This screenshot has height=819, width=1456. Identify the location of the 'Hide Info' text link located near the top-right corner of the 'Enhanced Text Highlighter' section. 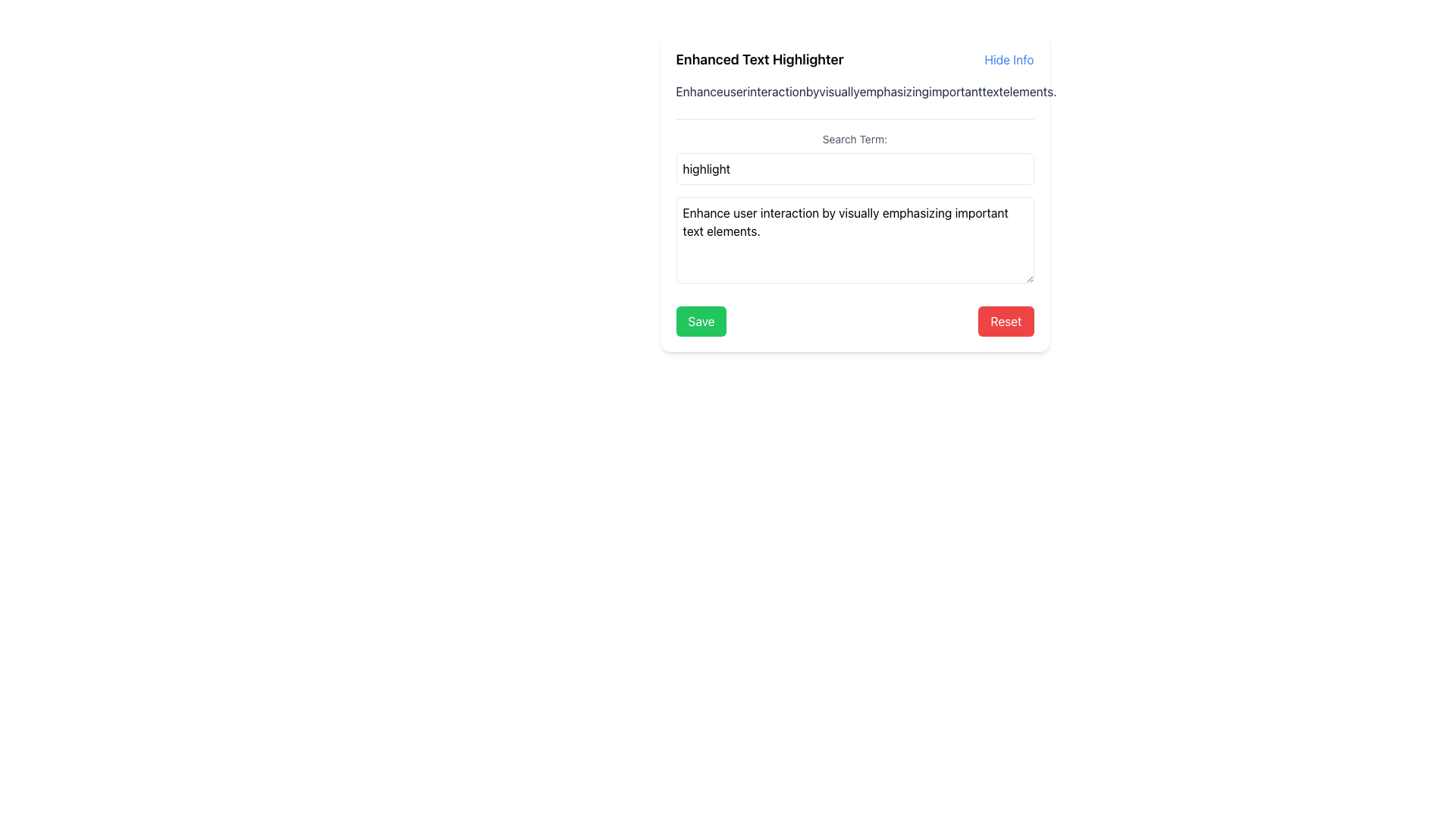
(1009, 58).